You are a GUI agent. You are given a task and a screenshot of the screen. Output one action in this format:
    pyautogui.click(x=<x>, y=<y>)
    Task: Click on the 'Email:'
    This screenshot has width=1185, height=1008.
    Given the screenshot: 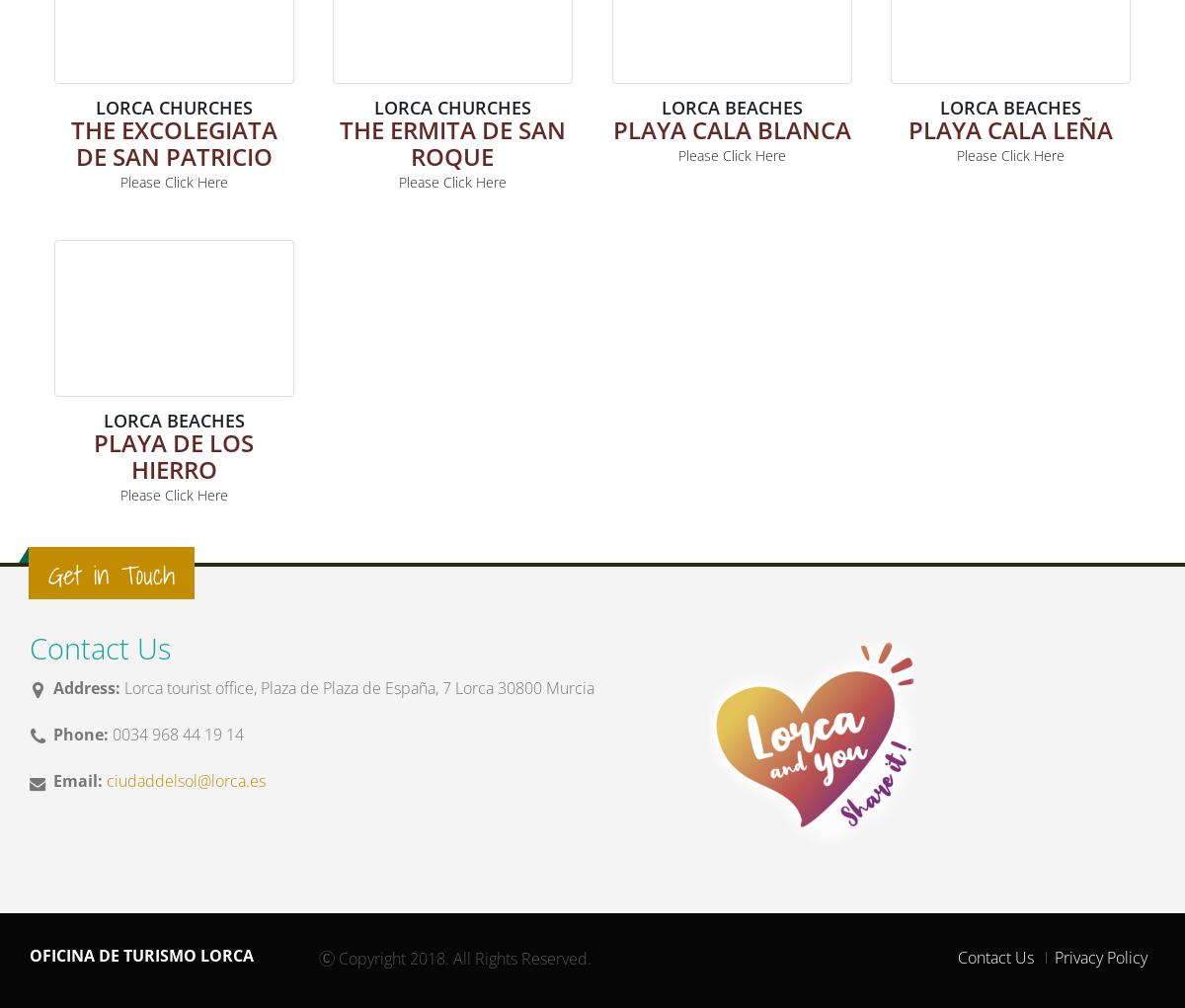 What is the action you would take?
    pyautogui.click(x=77, y=779)
    